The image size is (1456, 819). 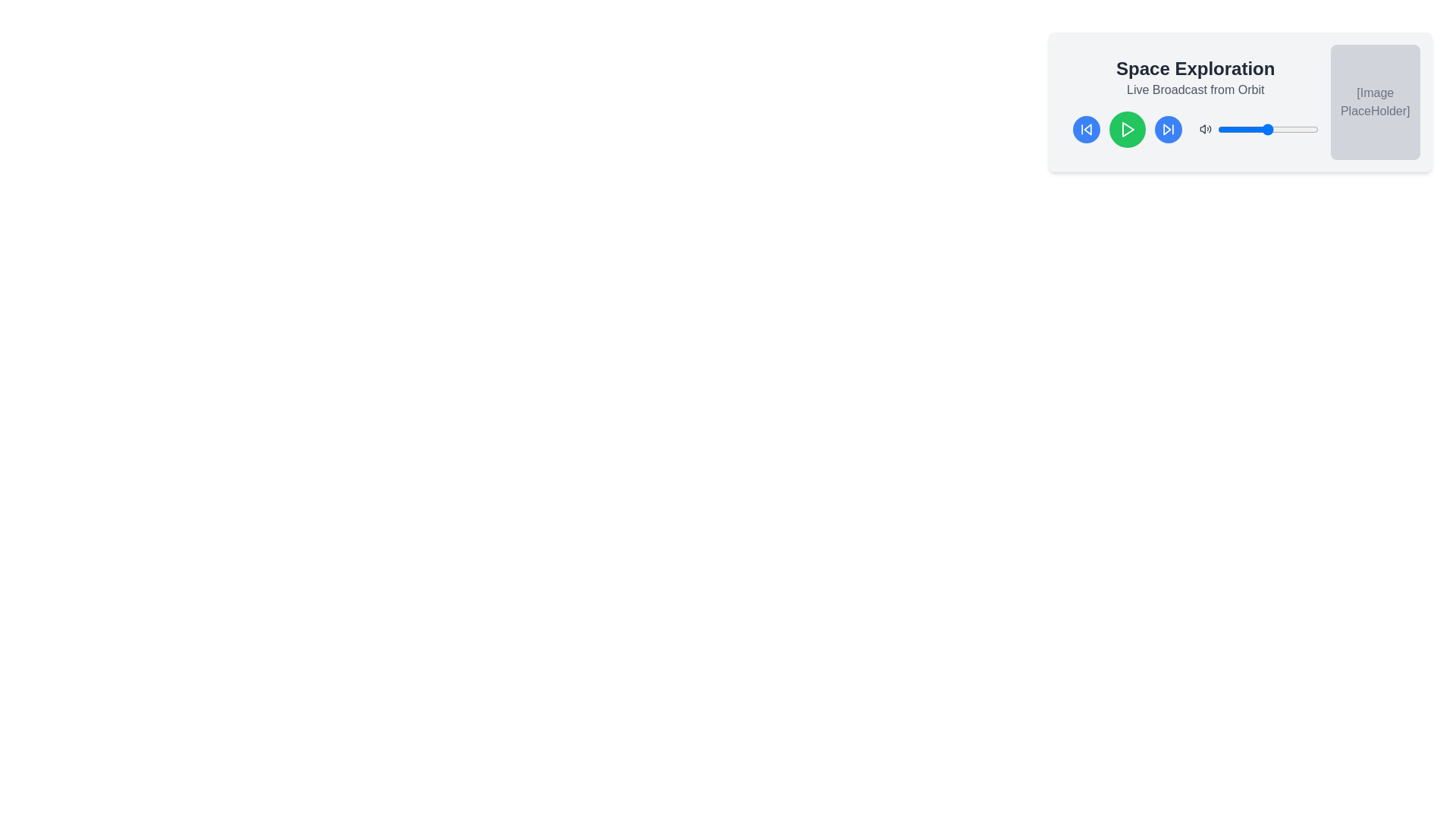 I want to click on the slider value, so click(x=1218, y=128).